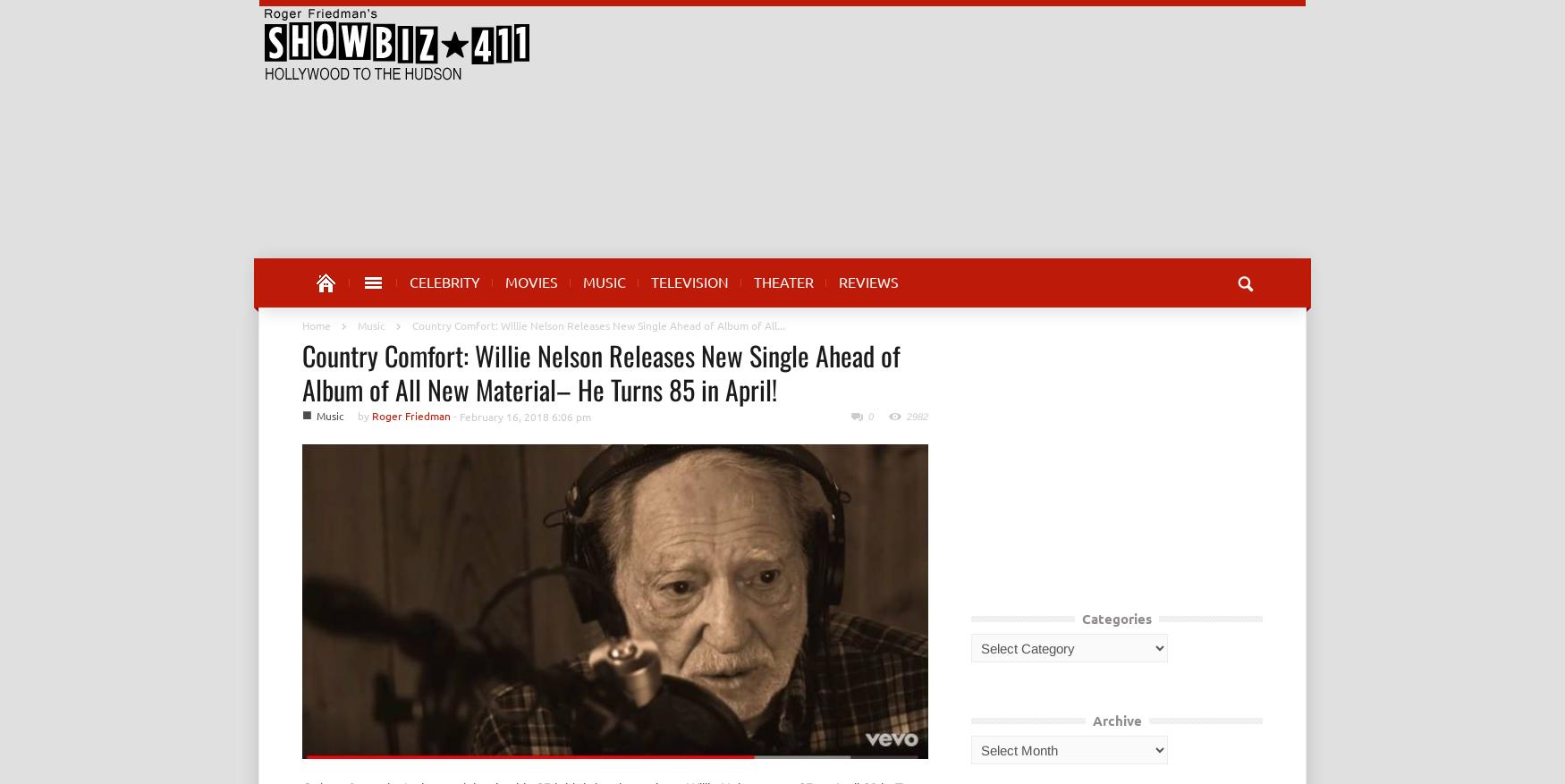  What do you see at coordinates (317, 325) in the screenshot?
I see `'Home'` at bounding box center [317, 325].